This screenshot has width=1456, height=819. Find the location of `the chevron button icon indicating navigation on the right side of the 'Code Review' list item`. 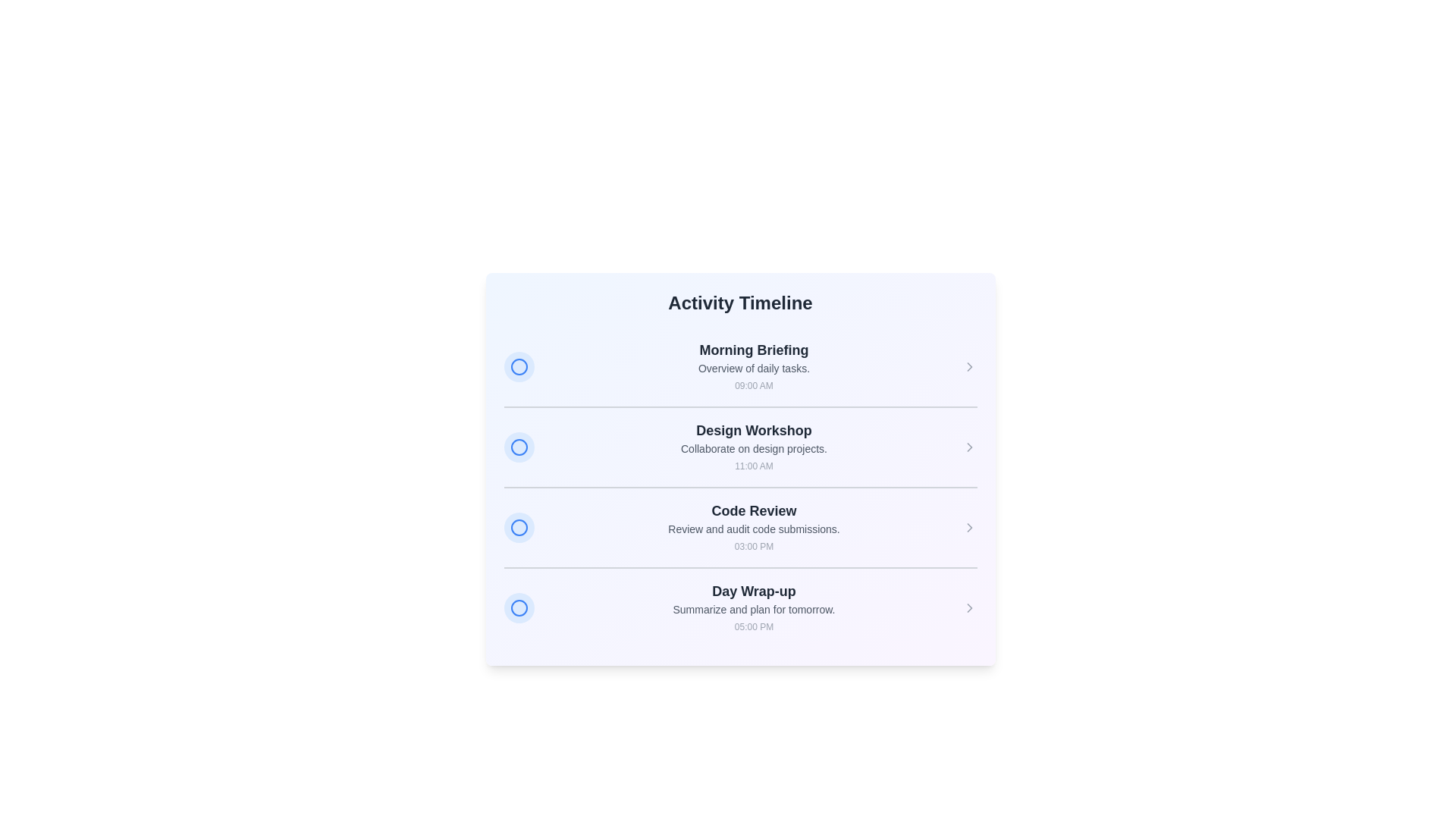

the chevron button icon indicating navigation on the right side of the 'Code Review' list item is located at coordinates (968, 526).